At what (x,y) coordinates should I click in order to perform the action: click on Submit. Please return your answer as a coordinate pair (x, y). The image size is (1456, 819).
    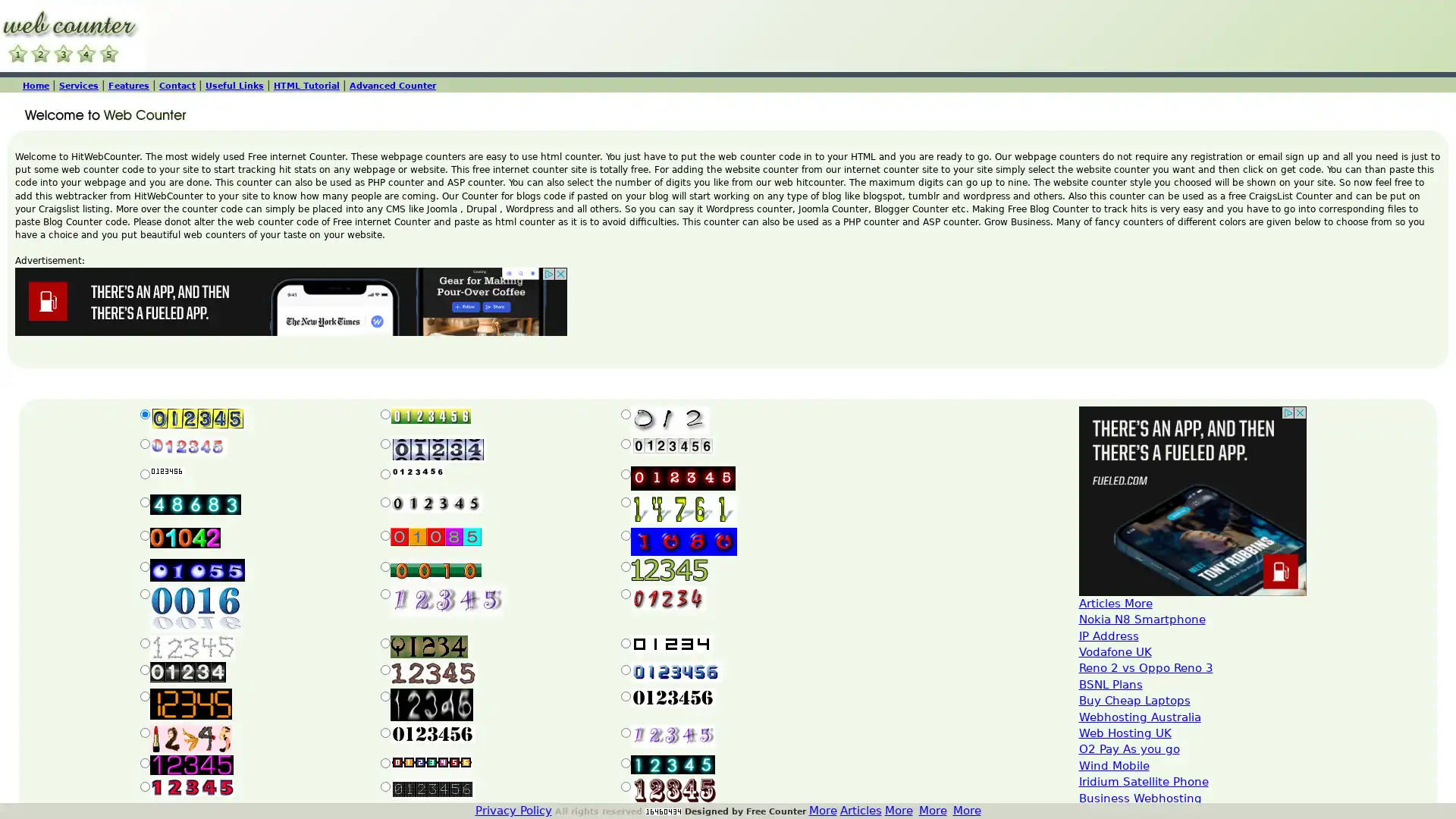
    Looking at the image, I should click on (671, 764).